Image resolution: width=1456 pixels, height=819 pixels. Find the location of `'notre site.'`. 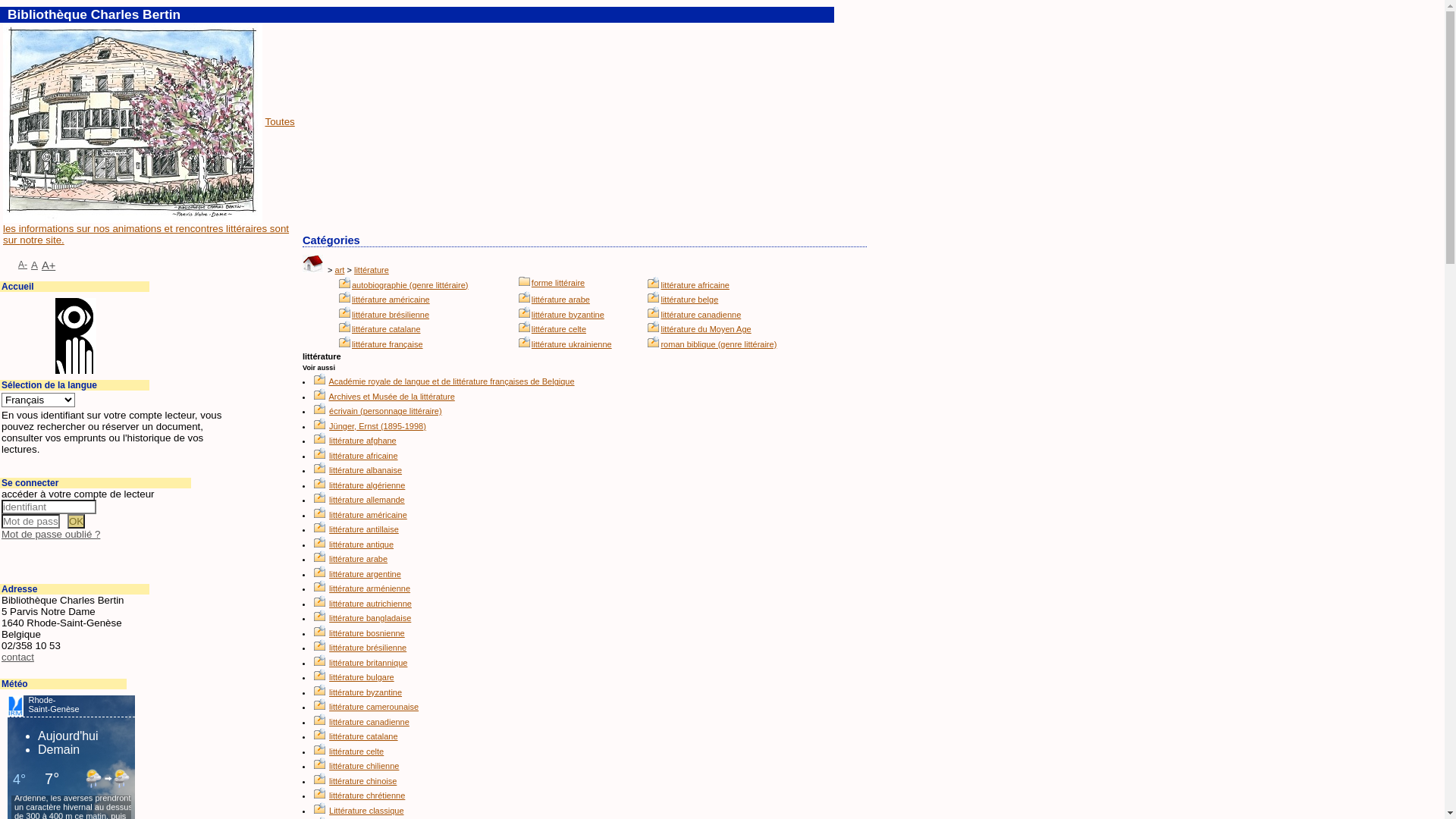

'notre site.' is located at coordinates (42, 239).